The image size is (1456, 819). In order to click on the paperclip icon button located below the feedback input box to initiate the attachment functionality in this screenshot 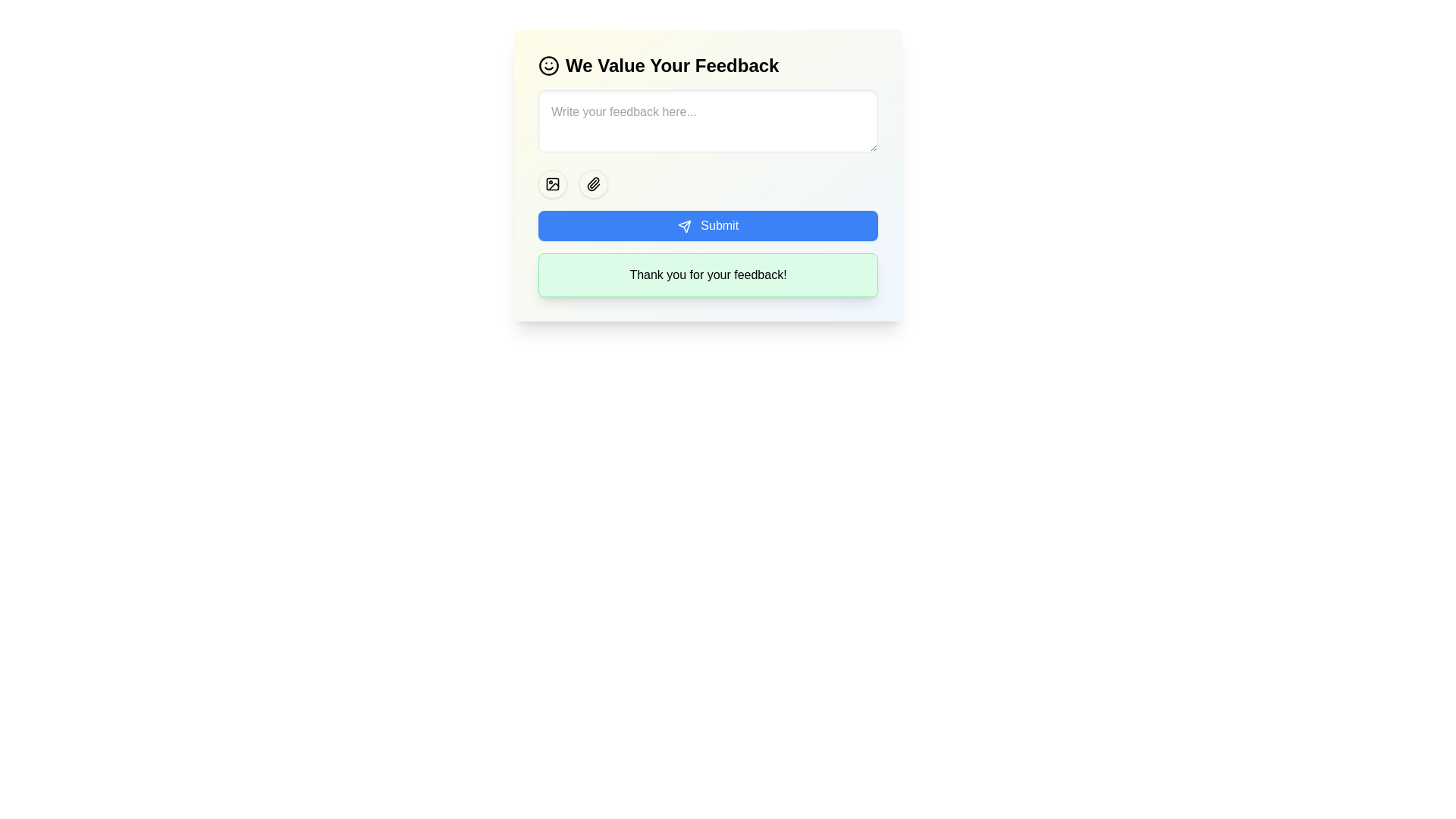, I will do `click(592, 184)`.